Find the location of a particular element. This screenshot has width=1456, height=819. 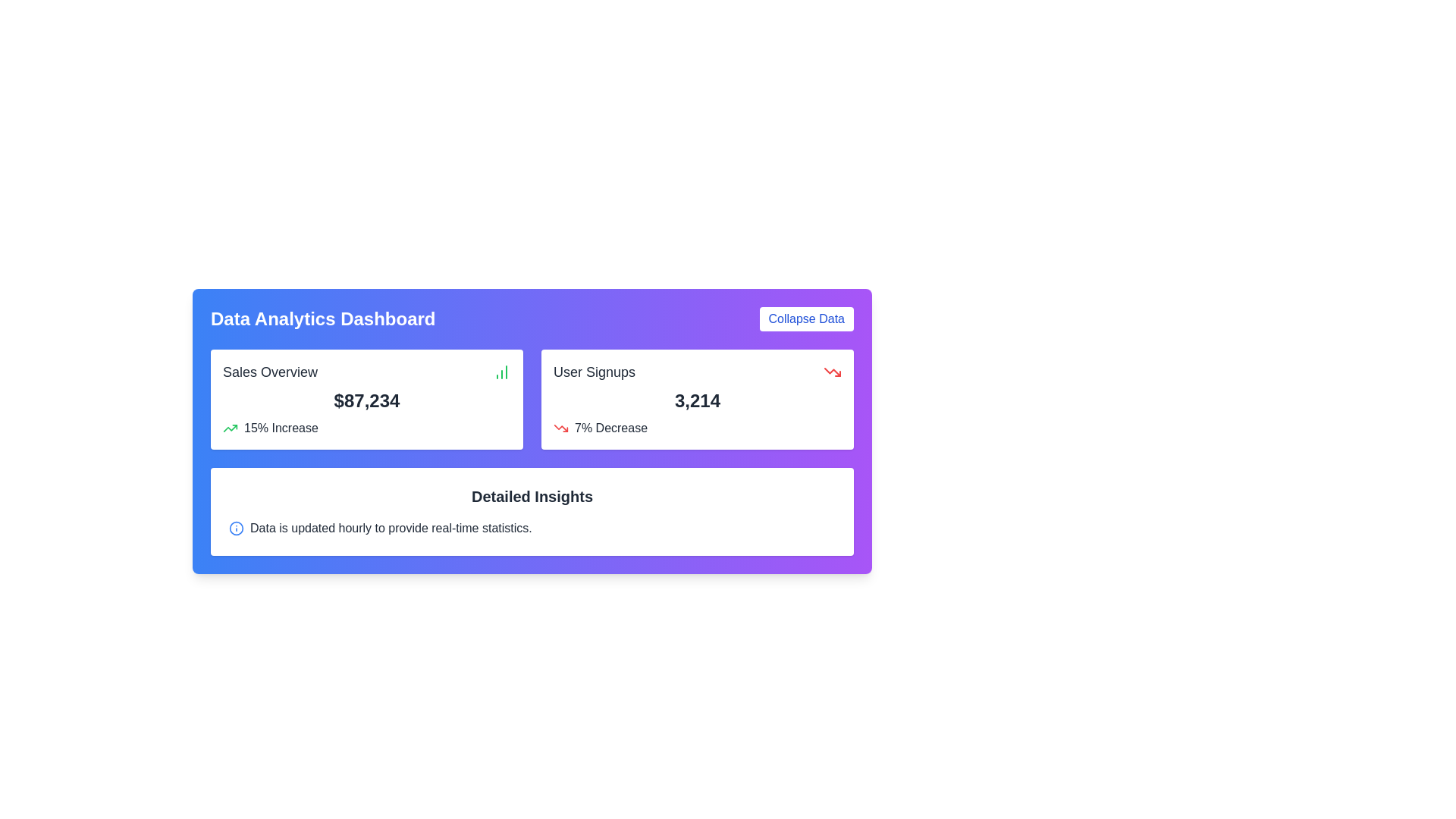

the toggle button located in the top-right corner of the dashboard interface is located at coordinates (805, 318).